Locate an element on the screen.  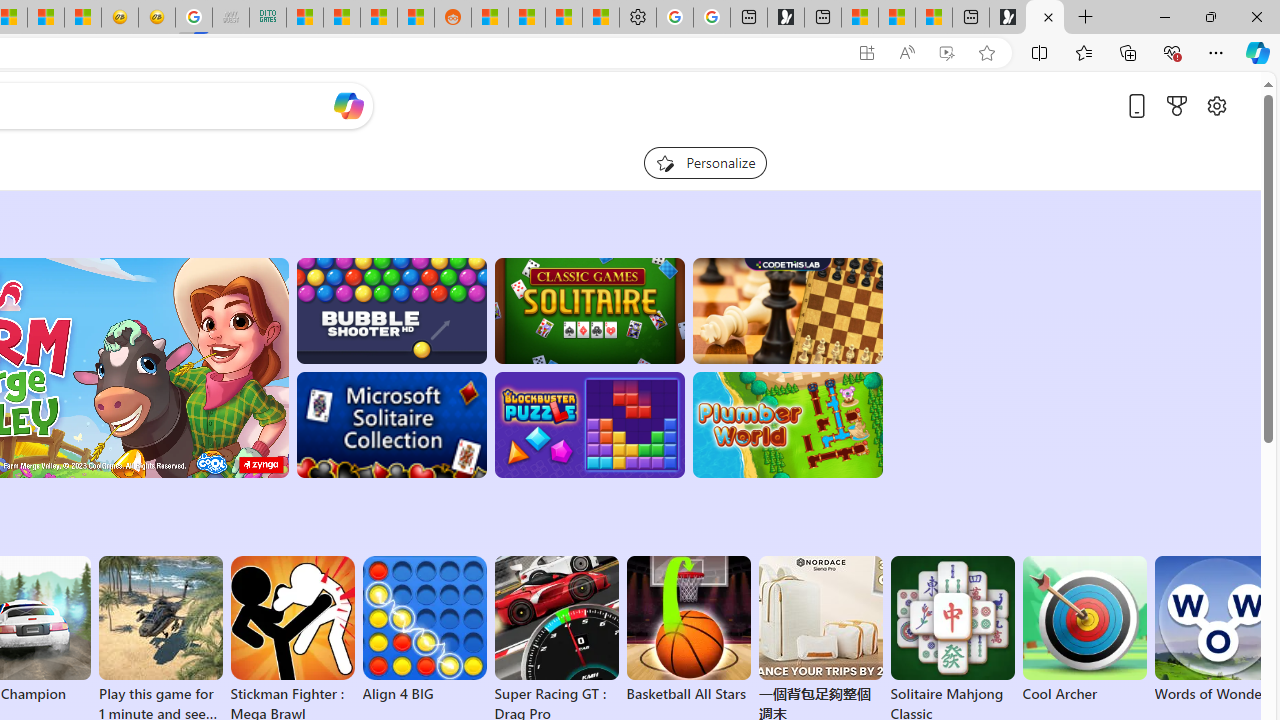
'Enhance video' is located at coordinates (945, 52).